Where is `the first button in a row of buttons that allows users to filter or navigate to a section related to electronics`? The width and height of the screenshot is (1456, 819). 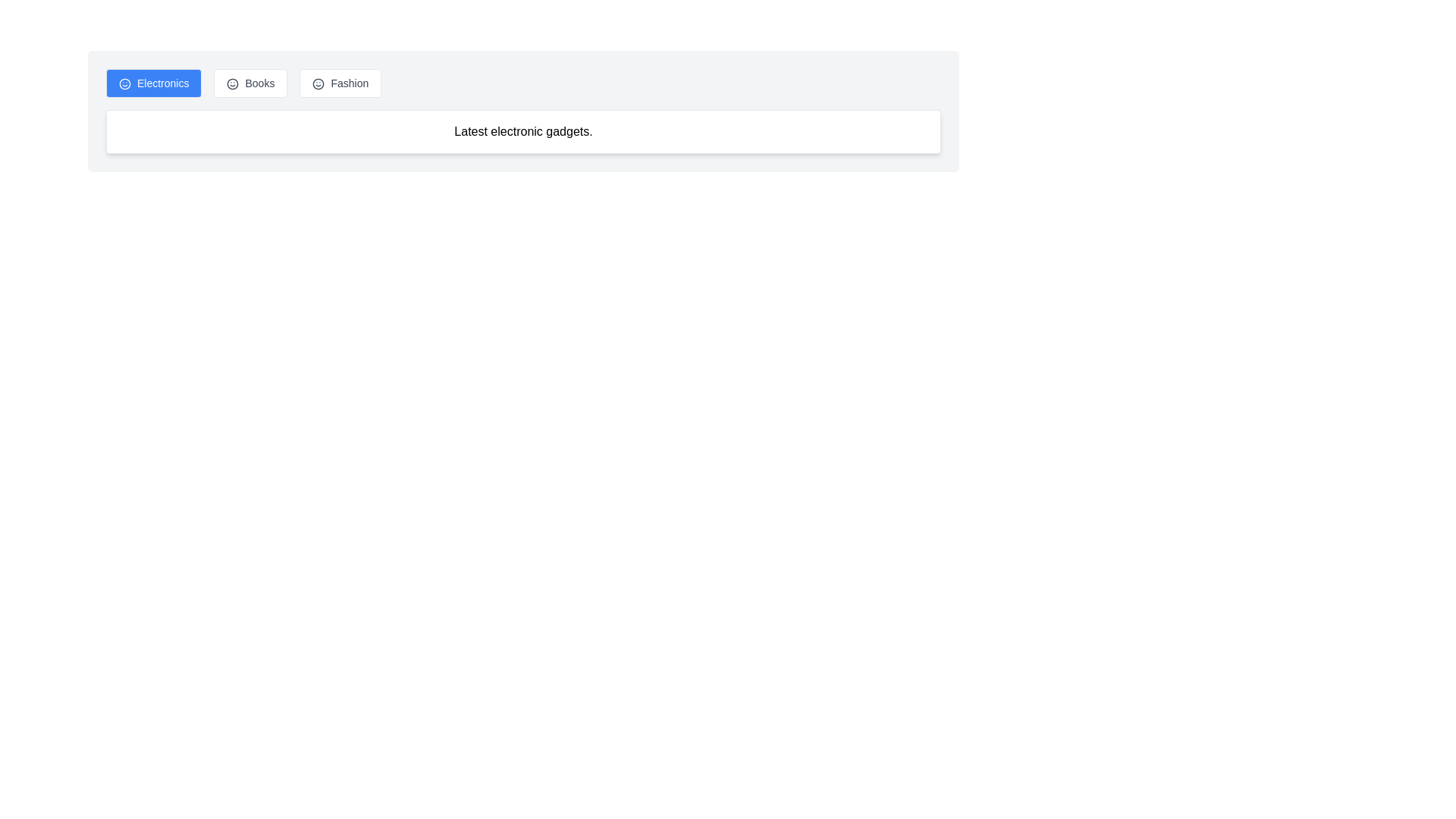 the first button in a row of buttons that allows users to filter or navigate to a section related to electronics is located at coordinates (154, 83).